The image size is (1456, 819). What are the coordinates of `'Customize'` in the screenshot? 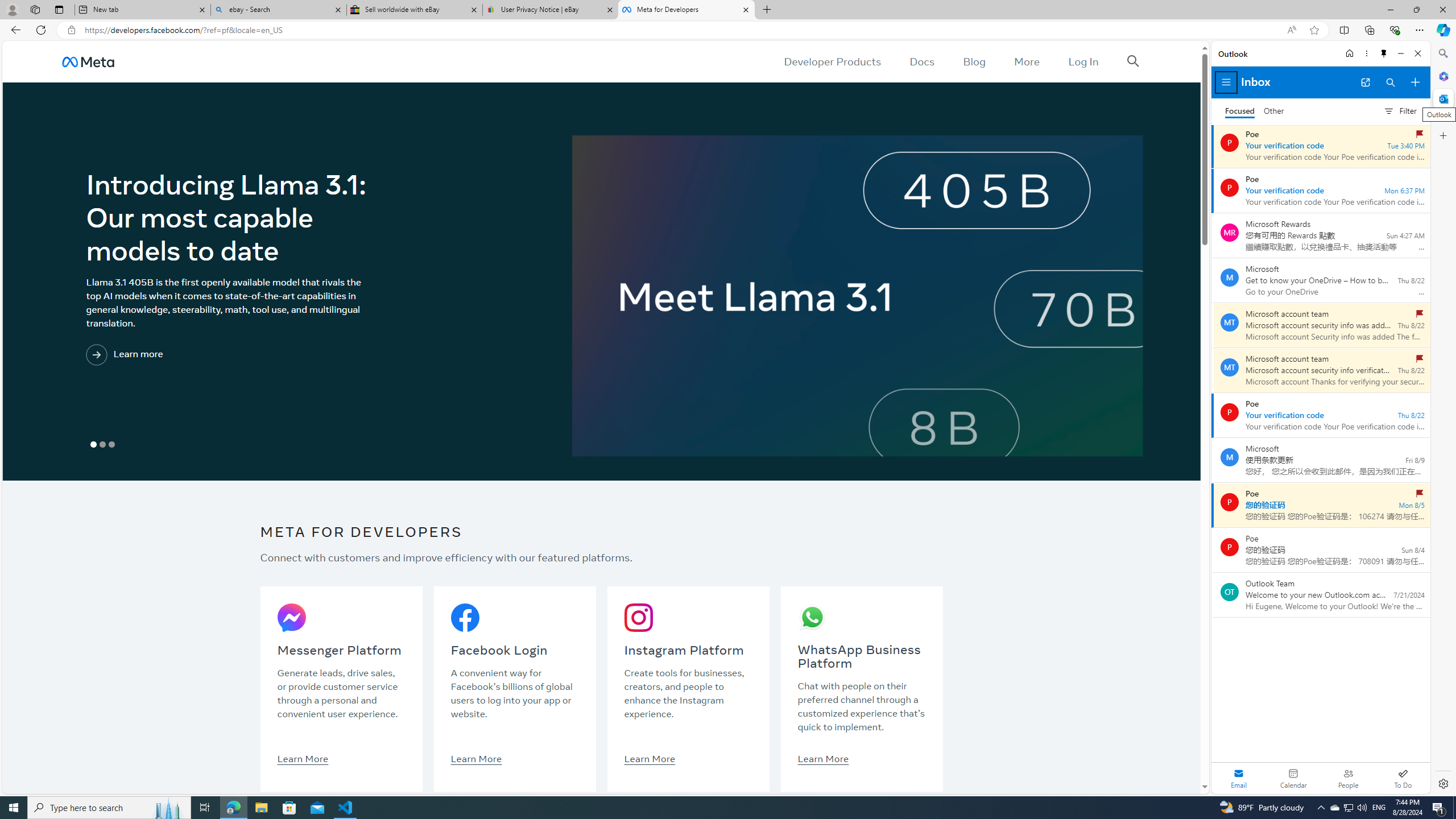 It's located at (1442, 135).